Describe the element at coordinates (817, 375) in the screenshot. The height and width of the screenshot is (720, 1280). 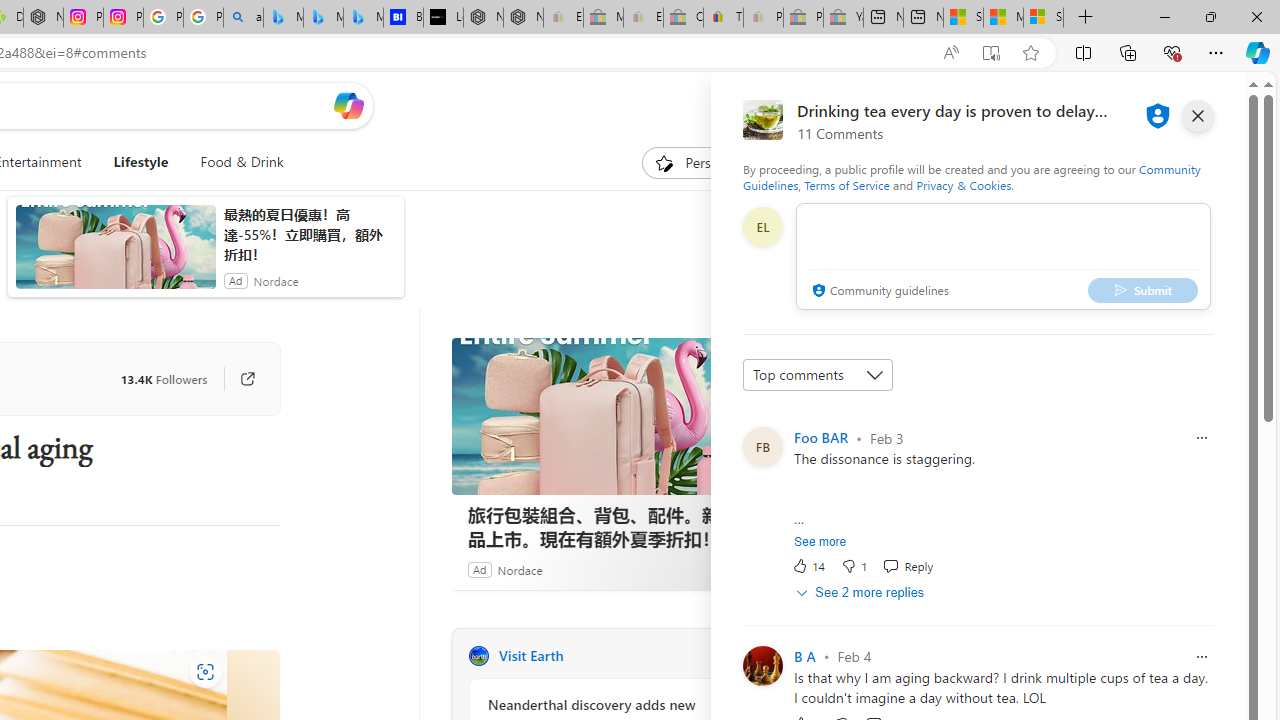
I see `'Sort comments by'` at that location.